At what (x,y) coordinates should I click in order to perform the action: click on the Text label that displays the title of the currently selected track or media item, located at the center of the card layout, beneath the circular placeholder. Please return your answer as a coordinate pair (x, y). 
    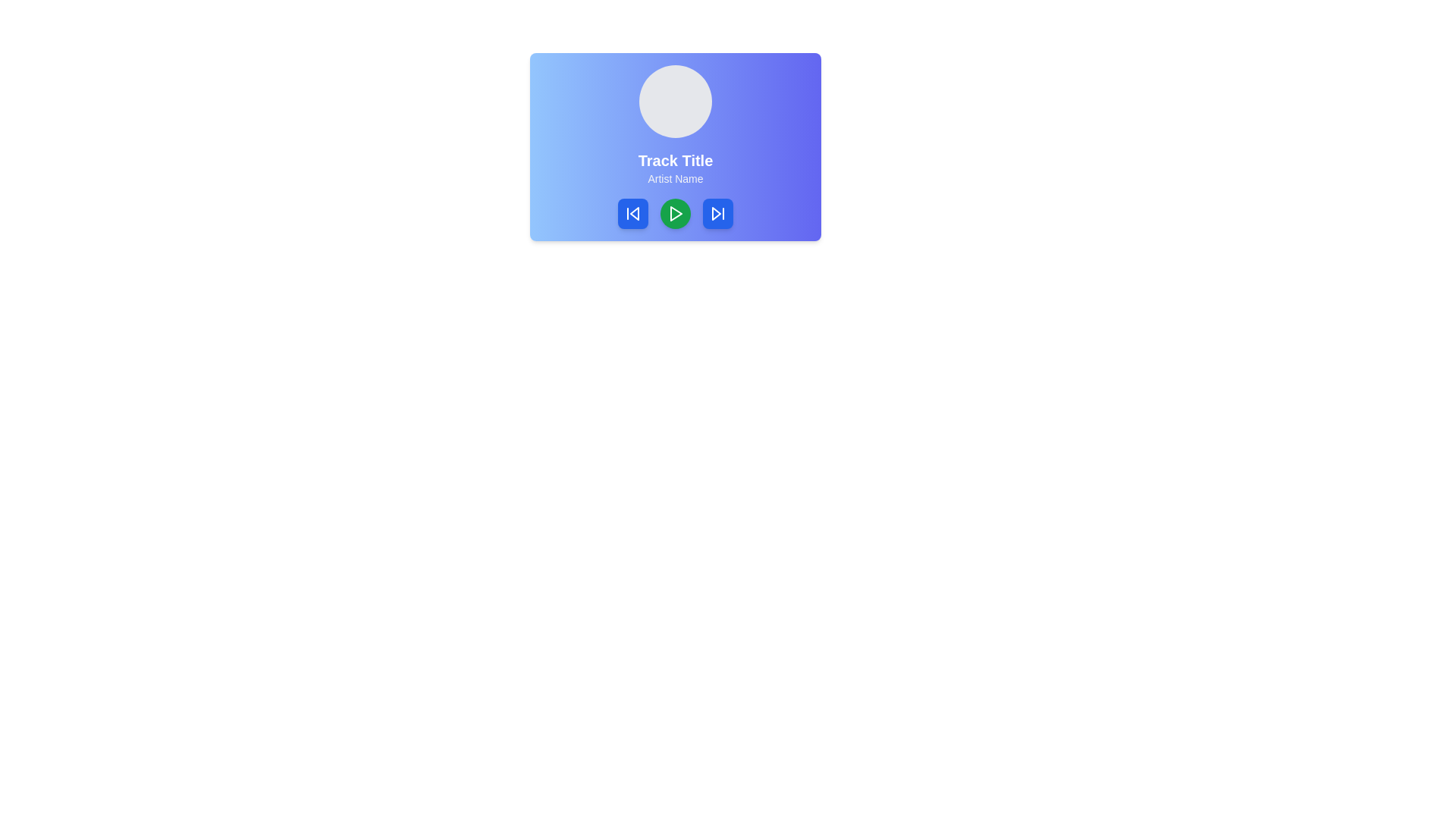
    Looking at the image, I should click on (675, 161).